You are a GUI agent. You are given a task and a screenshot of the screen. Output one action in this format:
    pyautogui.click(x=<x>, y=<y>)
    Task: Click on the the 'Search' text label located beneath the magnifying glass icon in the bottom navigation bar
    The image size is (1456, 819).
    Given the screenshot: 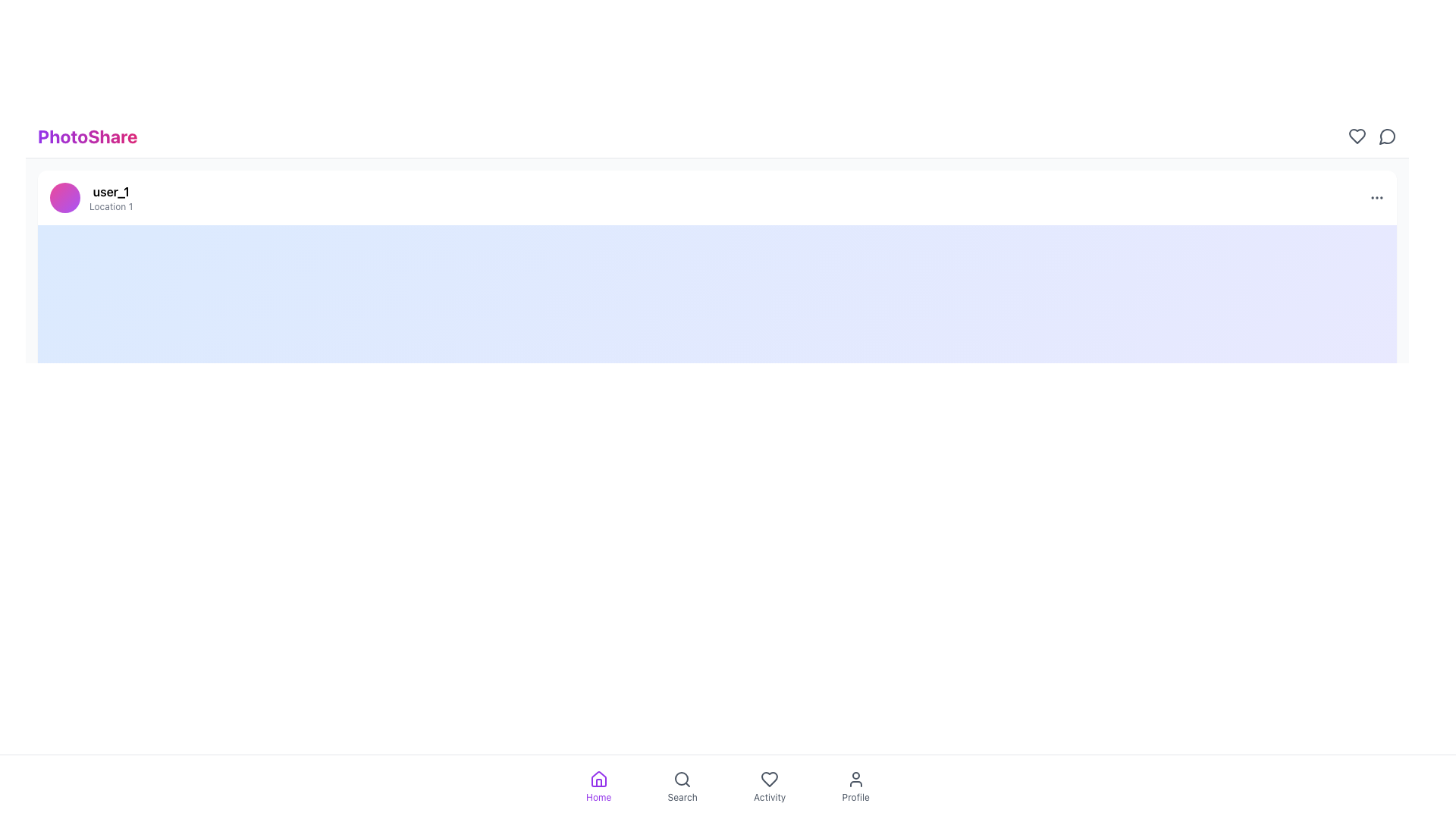 What is the action you would take?
    pyautogui.click(x=682, y=797)
    